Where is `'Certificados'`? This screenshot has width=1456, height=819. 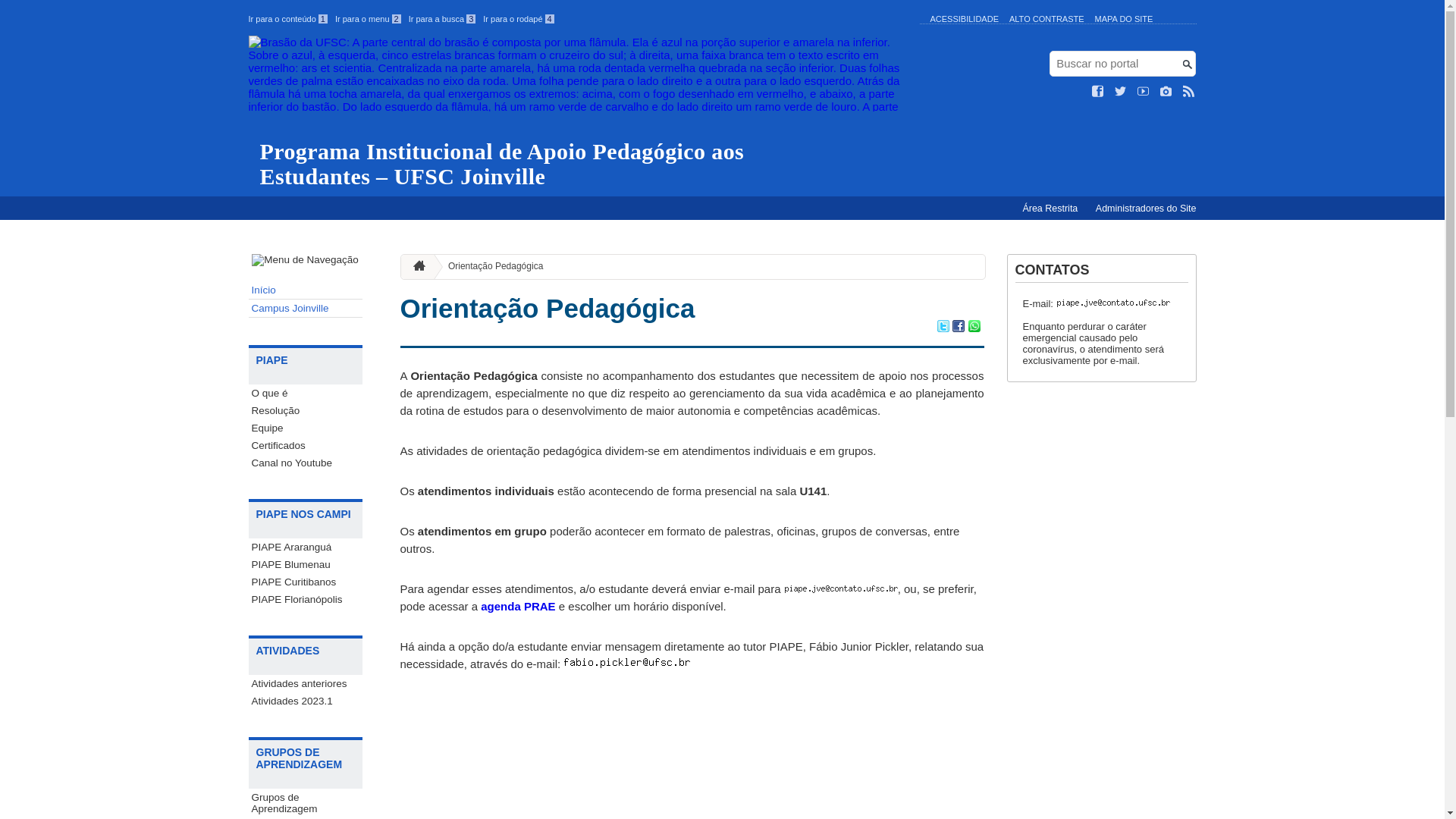
'Certificados' is located at coordinates (305, 444).